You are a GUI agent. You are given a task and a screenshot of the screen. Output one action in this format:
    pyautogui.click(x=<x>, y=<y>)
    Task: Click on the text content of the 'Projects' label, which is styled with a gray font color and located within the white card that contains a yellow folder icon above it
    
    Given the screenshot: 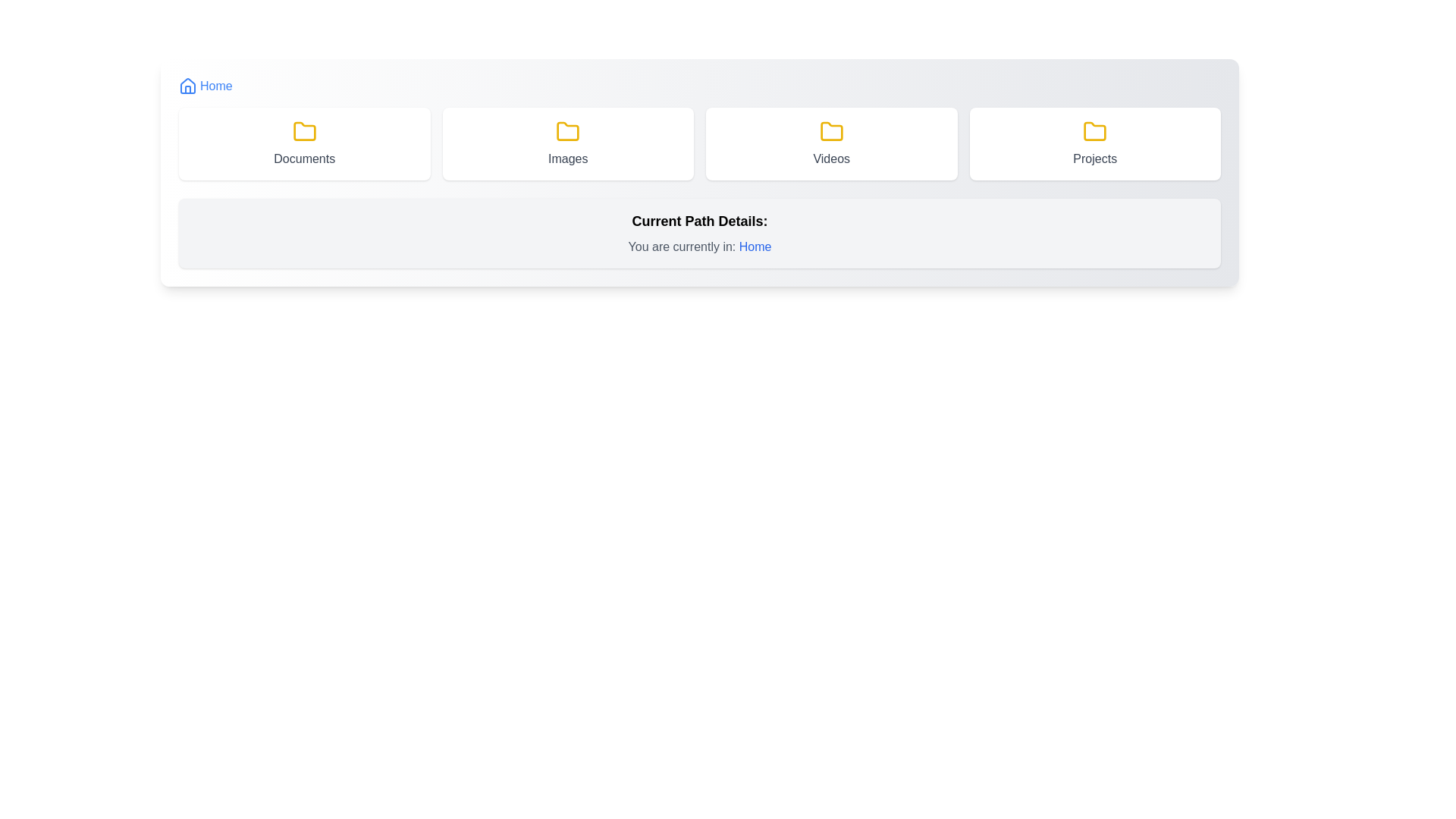 What is the action you would take?
    pyautogui.click(x=1095, y=158)
    